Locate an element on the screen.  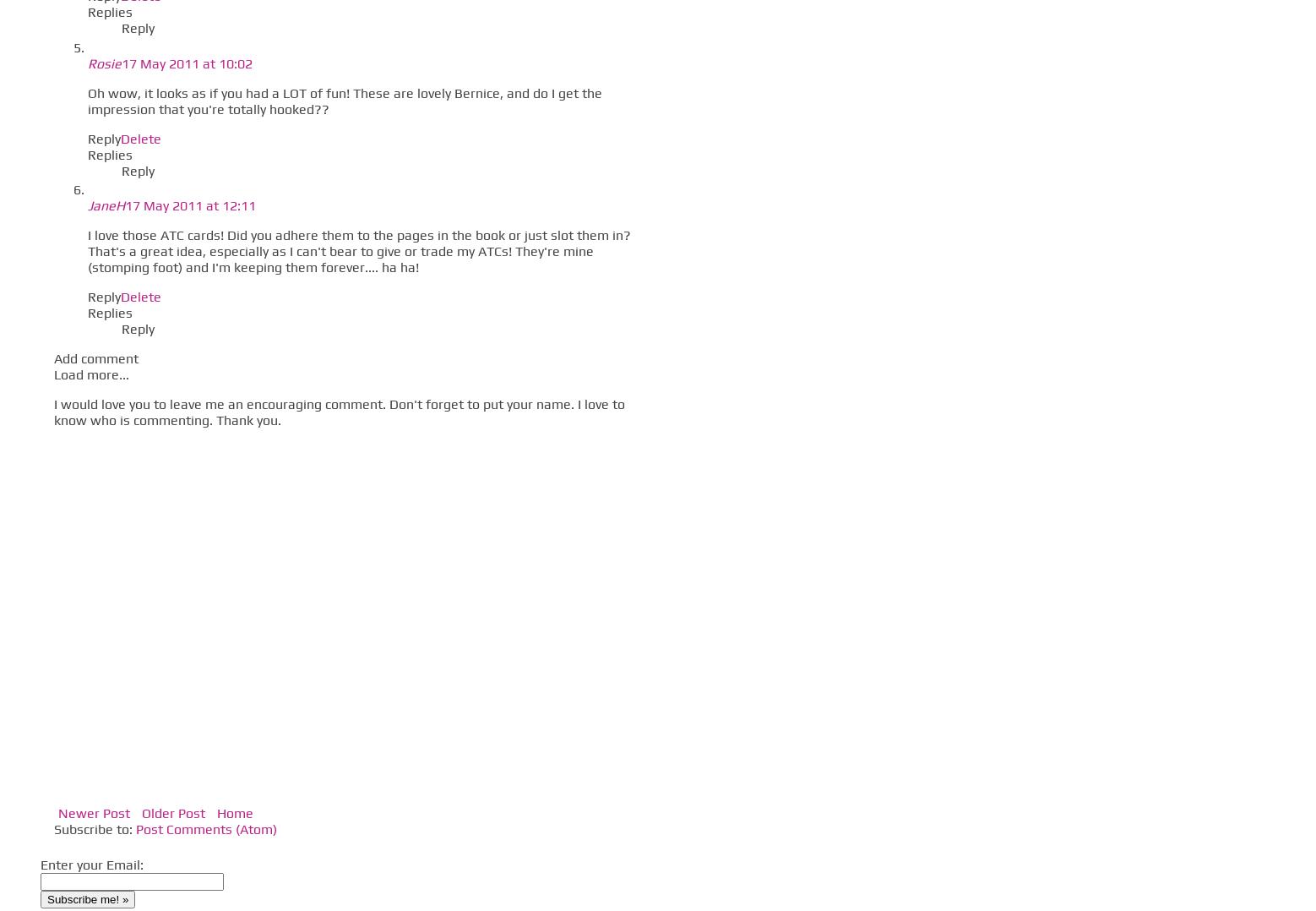
'Newer Post' is located at coordinates (93, 811).